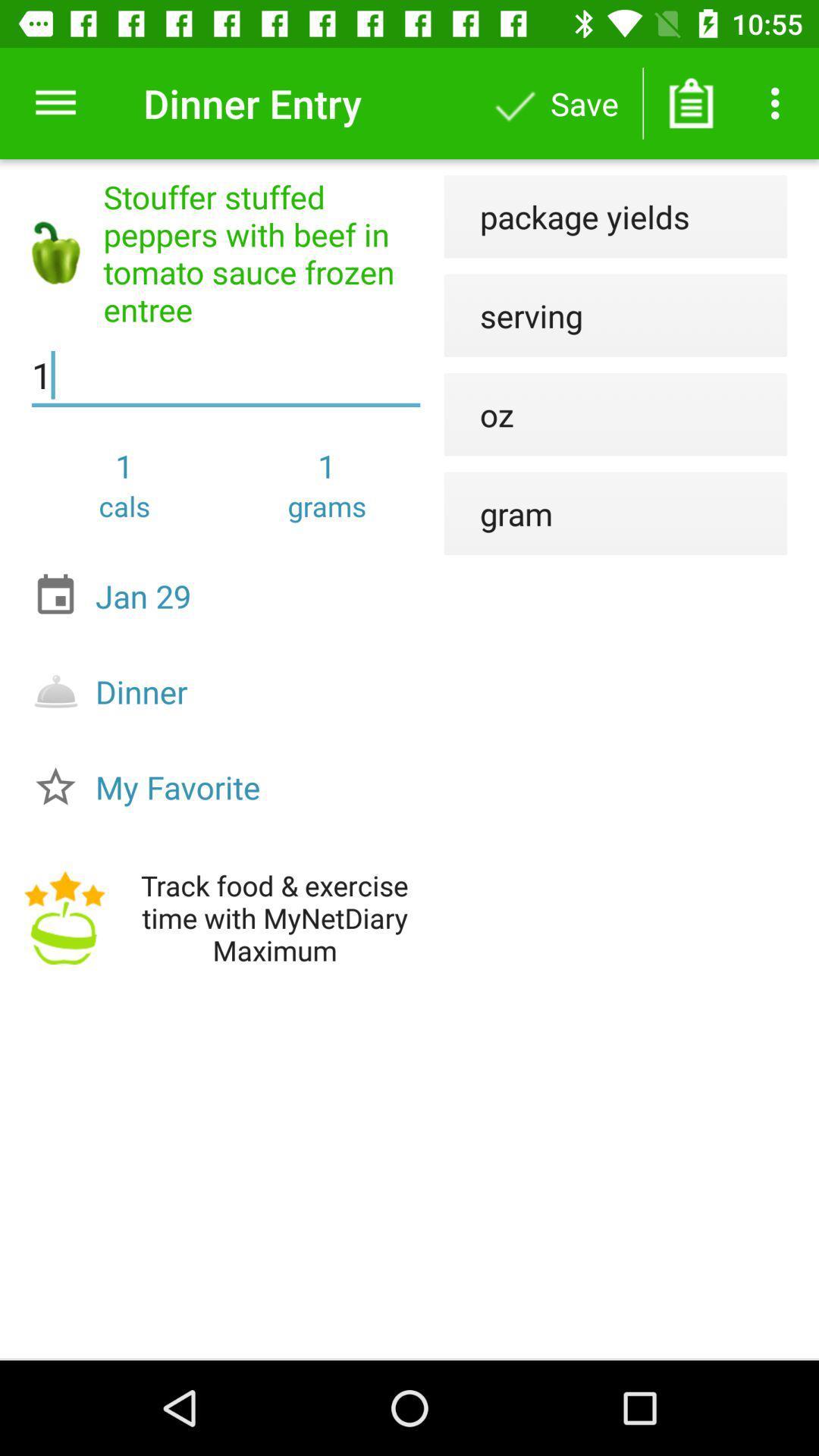 The height and width of the screenshot is (1456, 819). Describe the element at coordinates (498, 513) in the screenshot. I see `icon below the   oz item` at that location.